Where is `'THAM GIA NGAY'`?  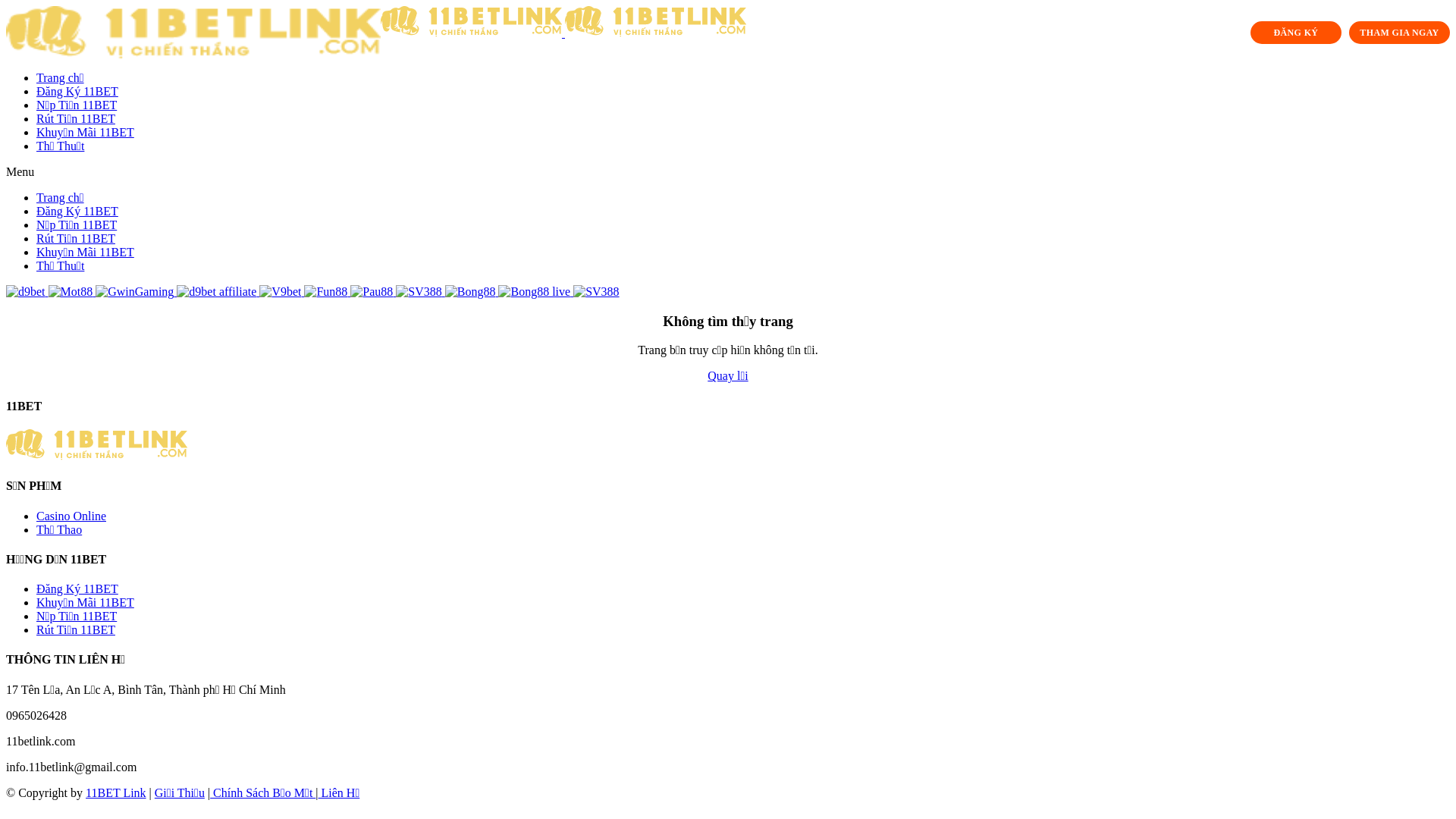 'THAM GIA NGAY' is located at coordinates (1398, 32).